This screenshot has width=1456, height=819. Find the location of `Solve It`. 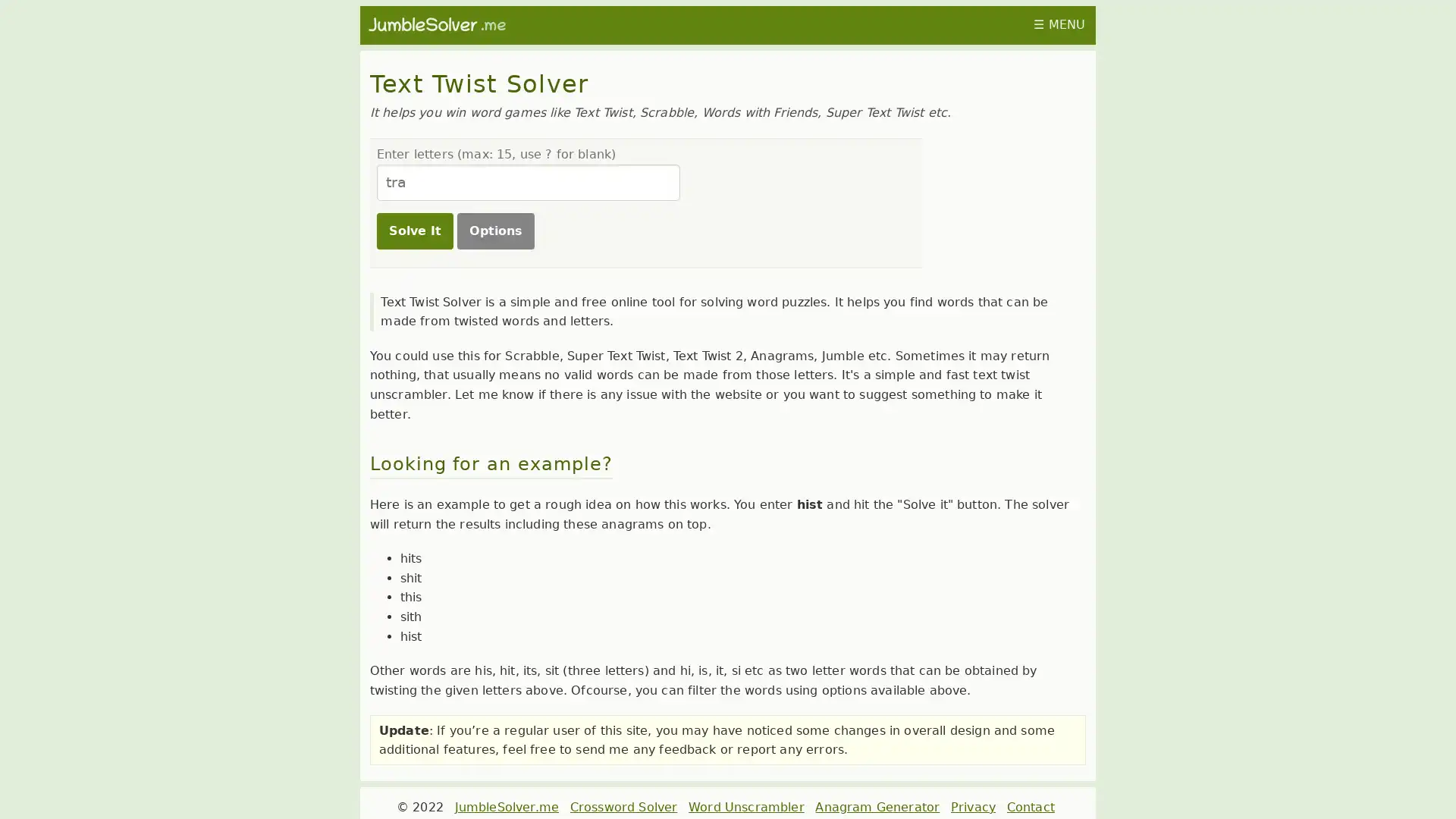

Solve It is located at coordinates (414, 231).